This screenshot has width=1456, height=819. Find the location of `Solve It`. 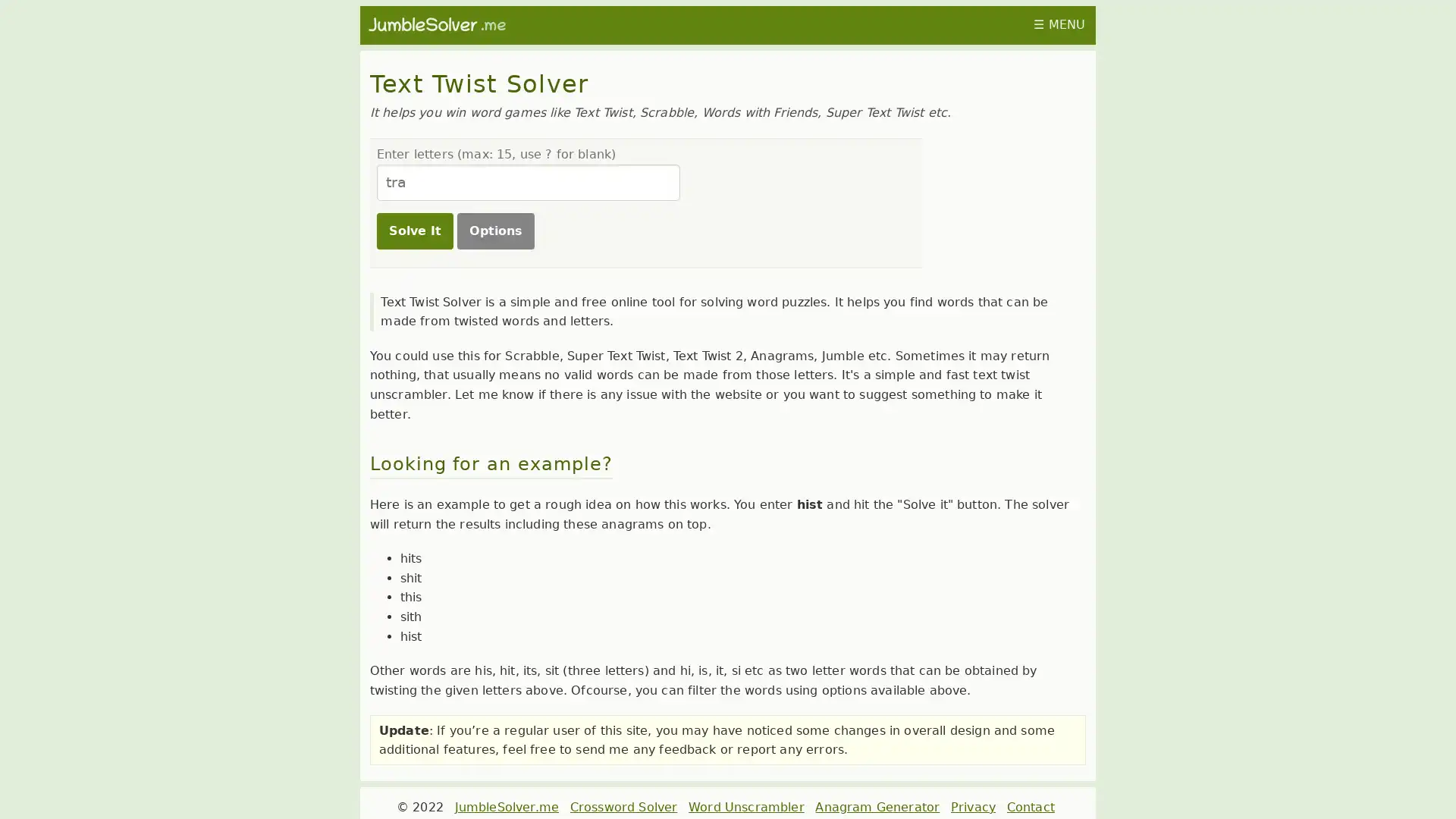

Solve It is located at coordinates (414, 231).